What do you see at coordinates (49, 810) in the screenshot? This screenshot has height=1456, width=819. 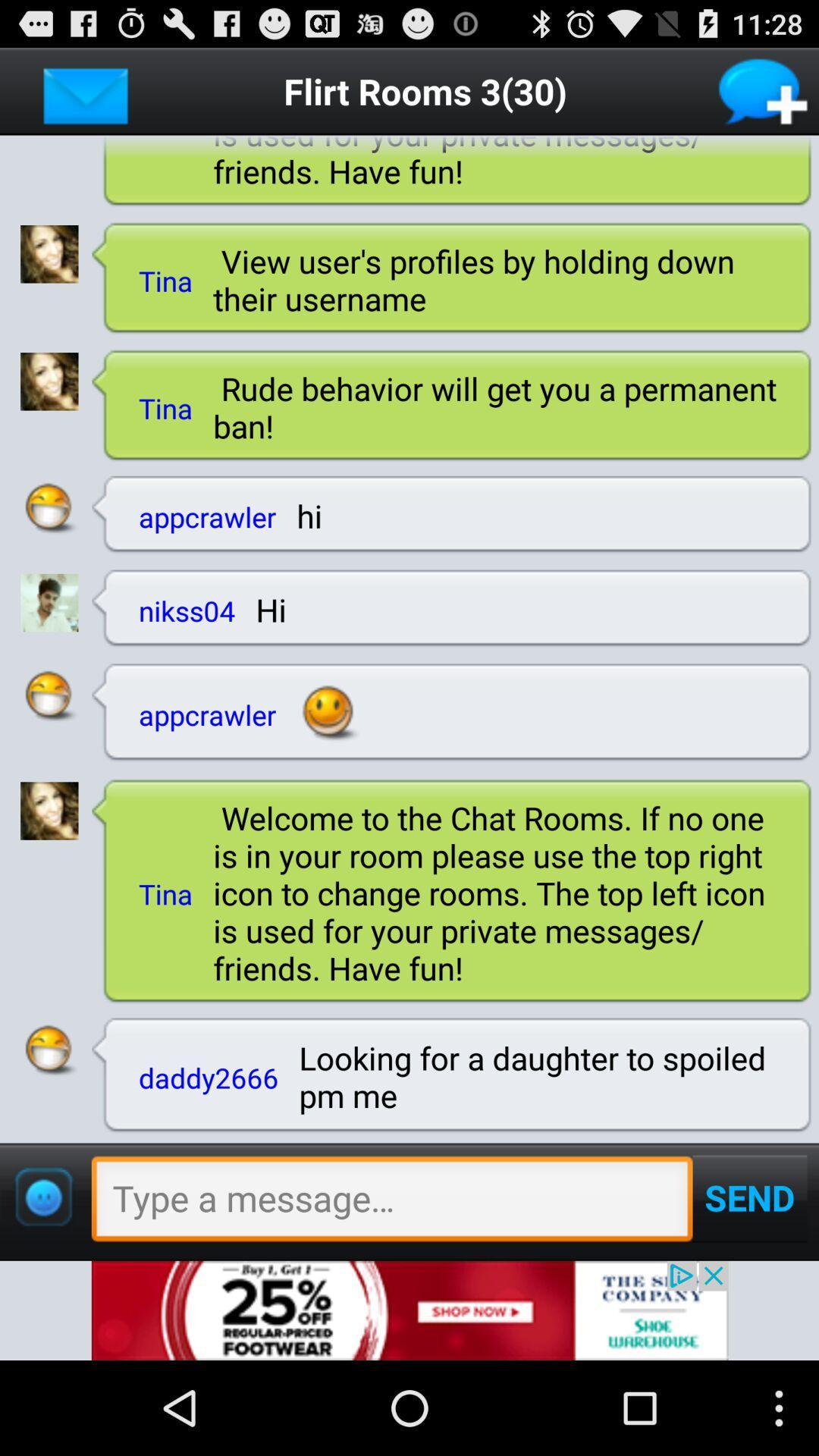 I see `profile` at bounding box center [49, 810].